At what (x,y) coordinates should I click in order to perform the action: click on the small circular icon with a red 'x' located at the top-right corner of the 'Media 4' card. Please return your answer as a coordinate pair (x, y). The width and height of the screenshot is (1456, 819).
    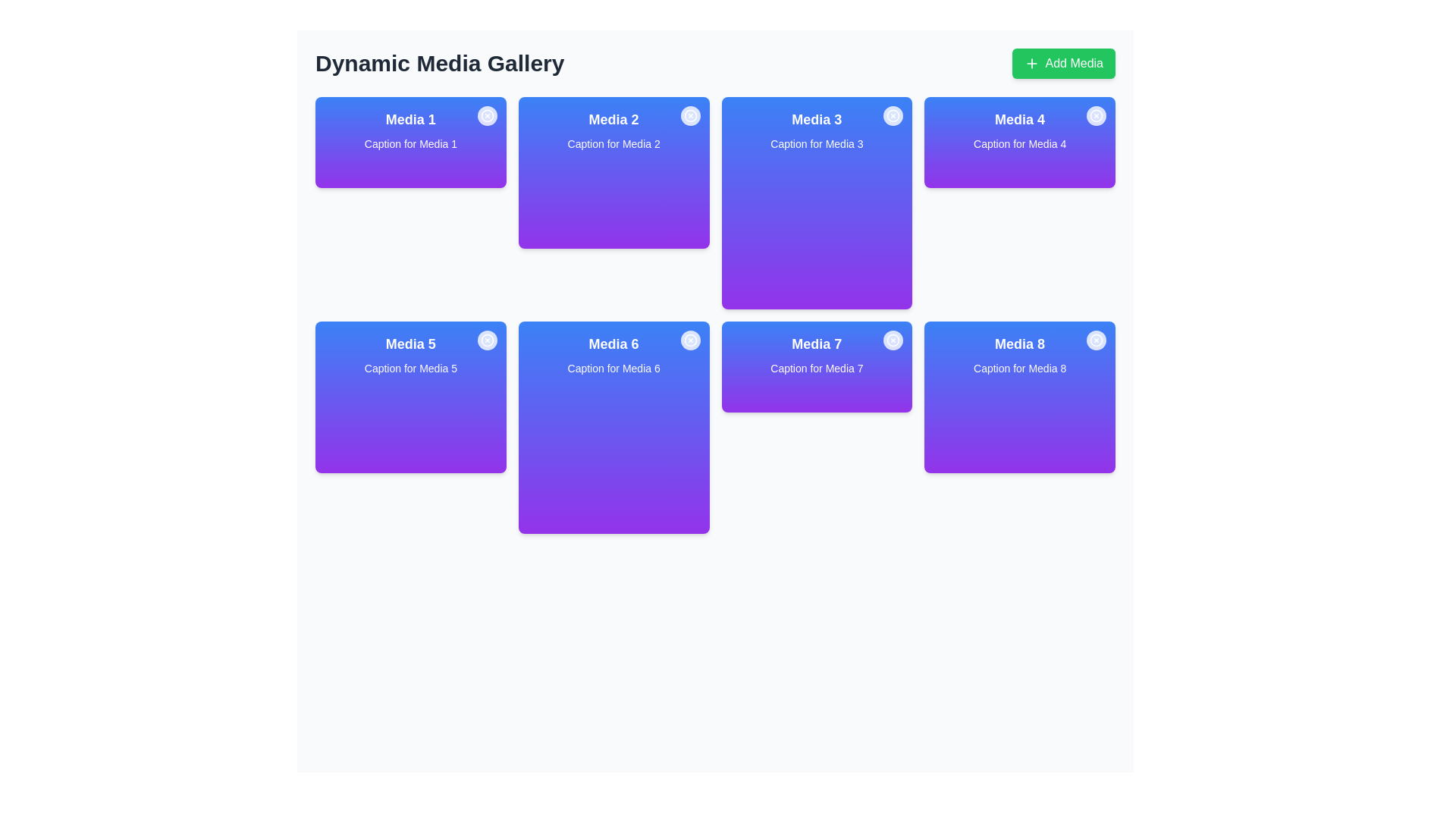
    Looking at the image, I should click on (1096, 115).